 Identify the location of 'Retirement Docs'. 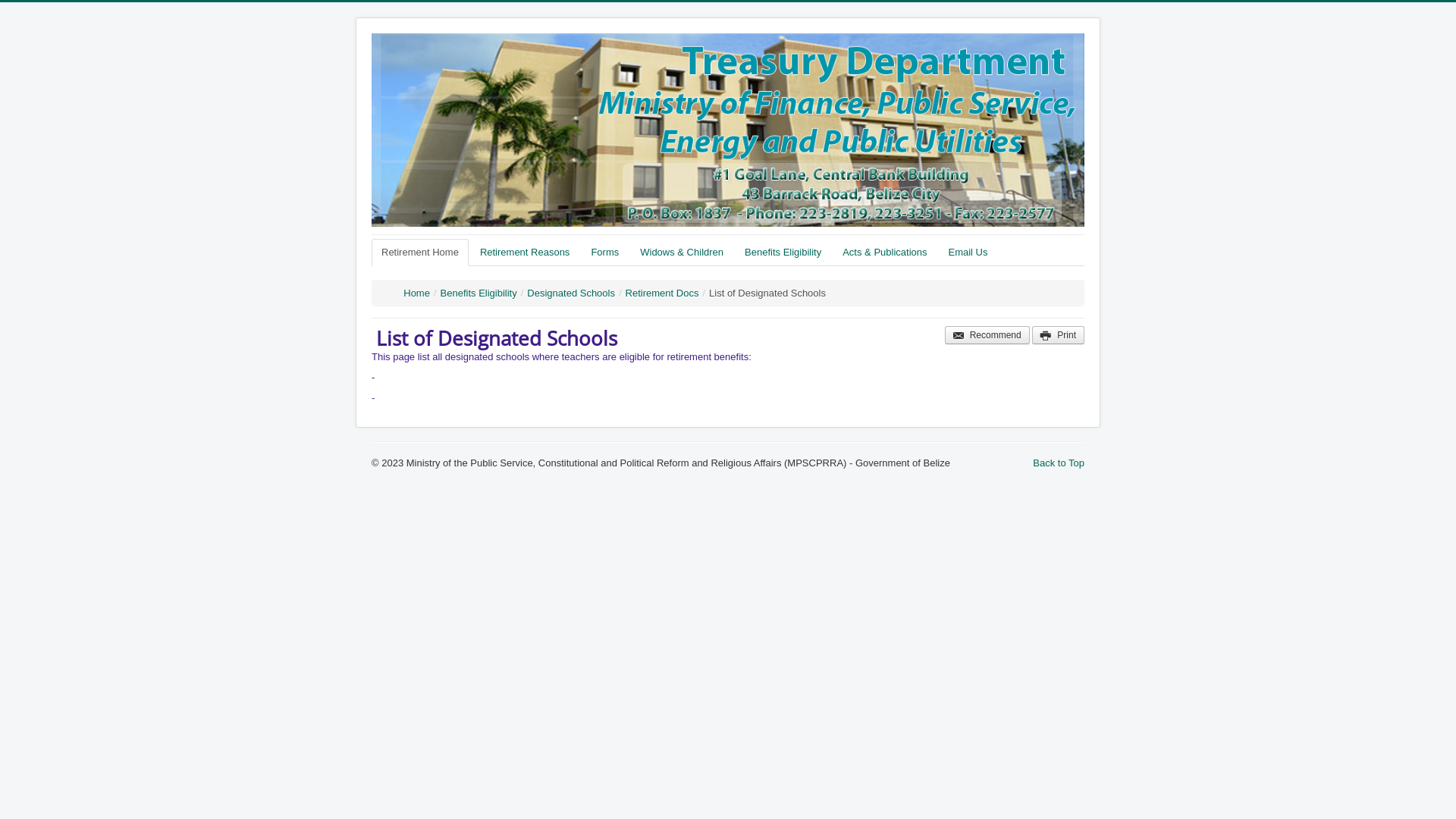
(662, 293).